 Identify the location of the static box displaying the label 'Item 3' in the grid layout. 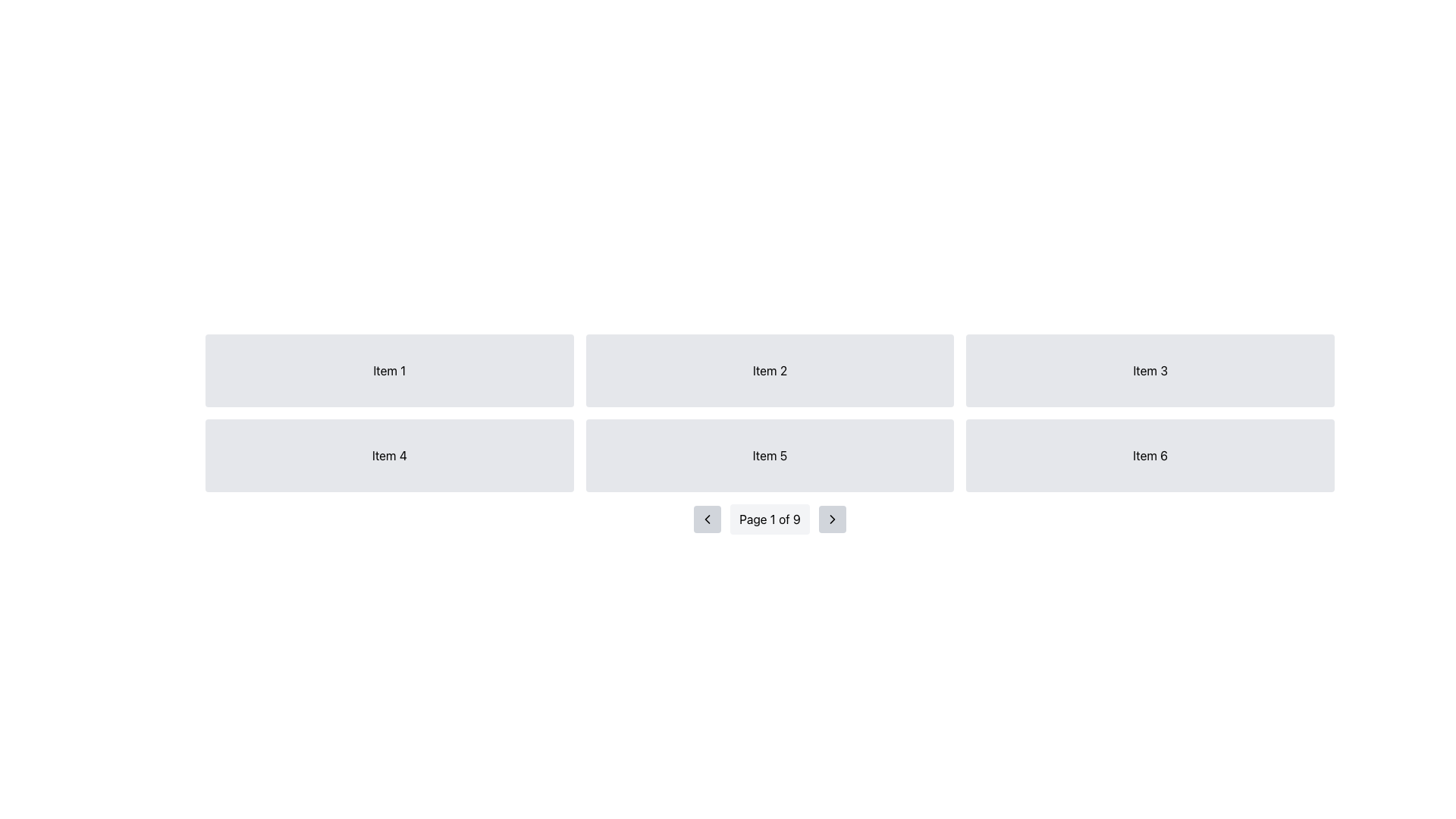
(1150, 371).